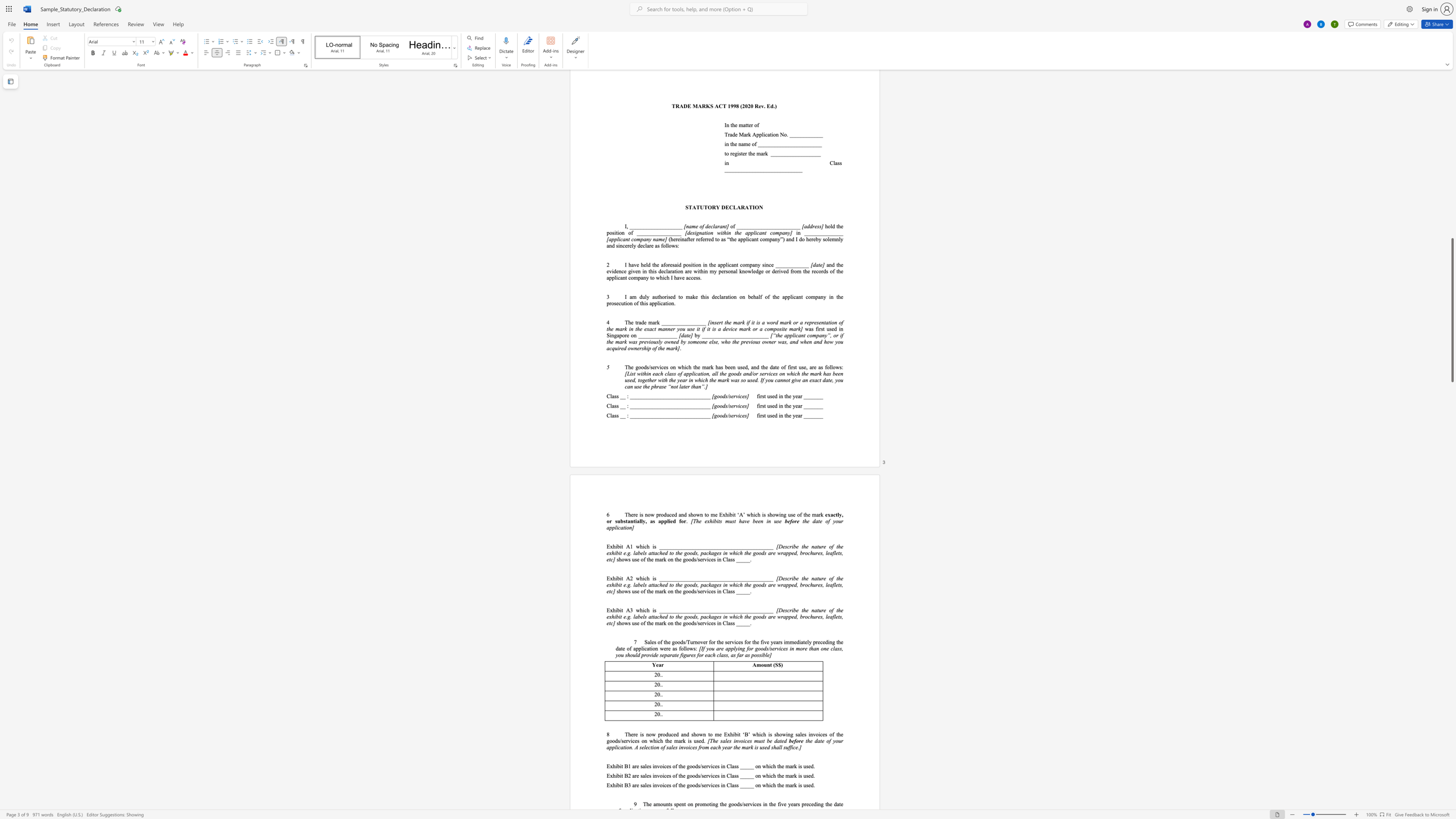  Describe the element at coordinates (1451, 151) in the screenshot. I see `the scrollbar on the right to shift the page higher` at that location.